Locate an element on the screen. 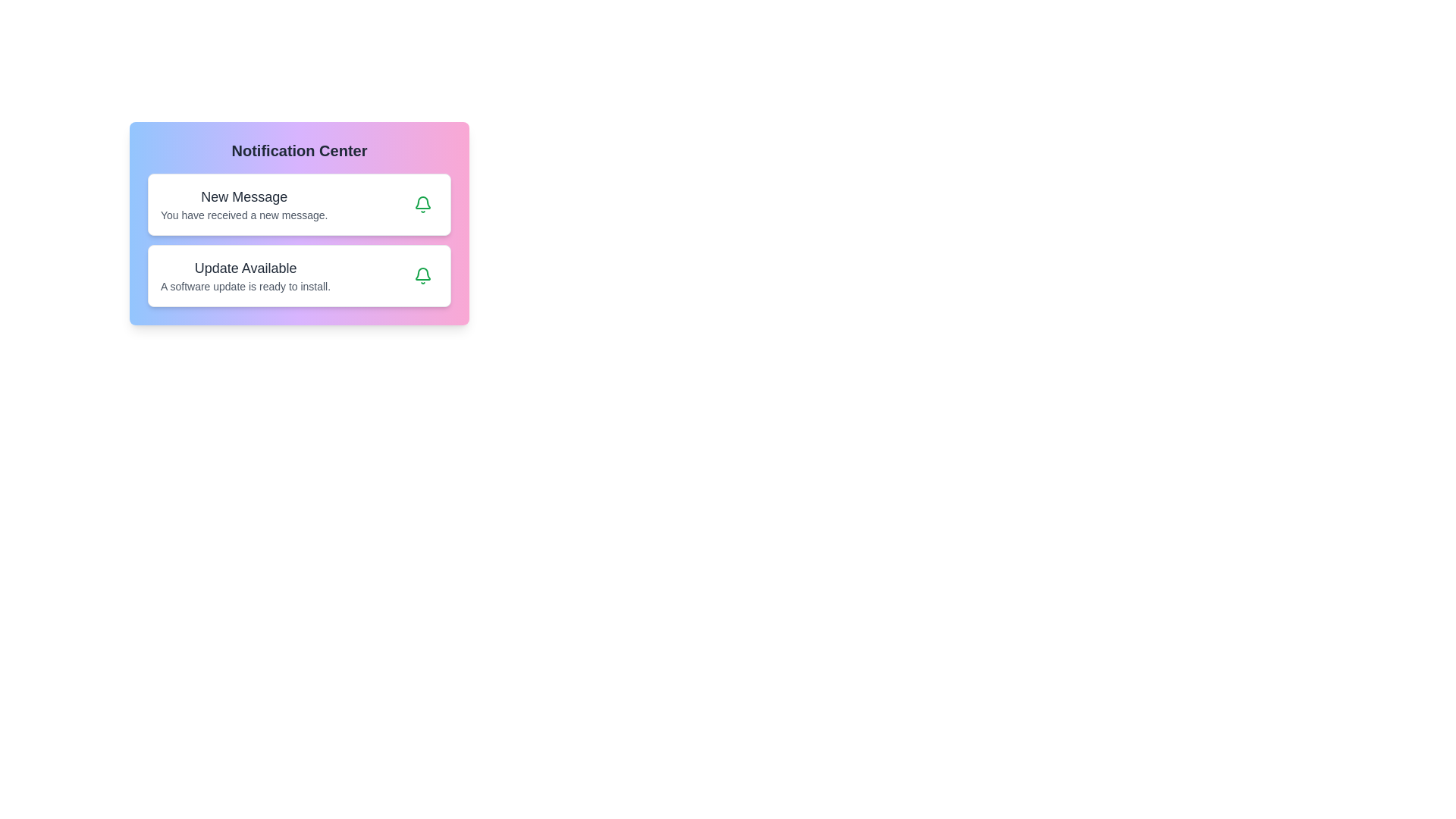 The image size is (1456, 819). the text label displaying 'A software update is ready to install.' which is located under the bold text 'Update Available' within the notification card in the Notification Center is located at coordinates (246, 287).